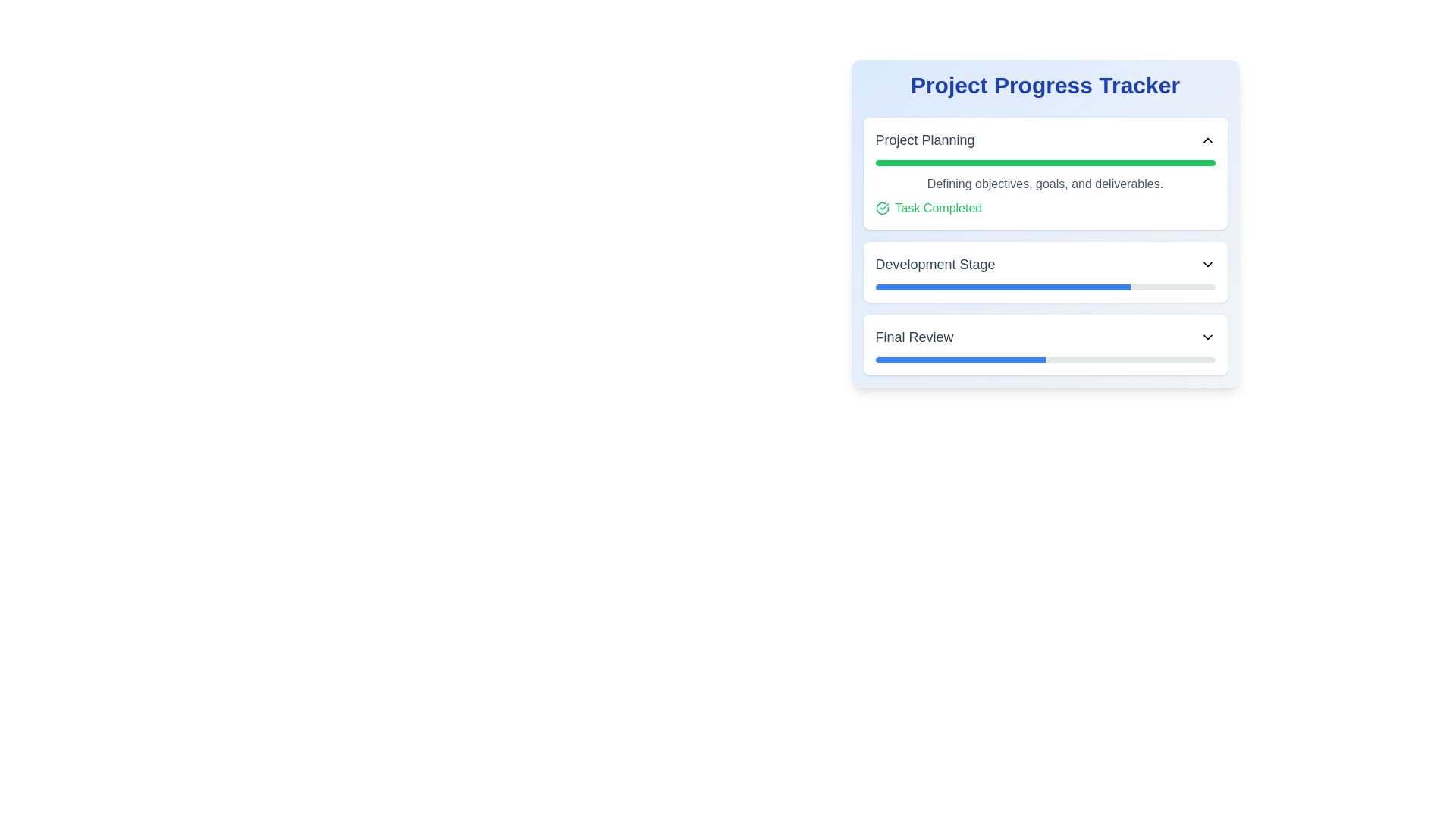  Describe the element at coordinates (1044, 163) in the screenshot. I see `the horizontal progress bar located in the 'Project Planning' section of the 'Project Progress Tracker' panel, which is situated below the section header and above the text 'Defining objectives, goals, and deliverables.'` at that location.